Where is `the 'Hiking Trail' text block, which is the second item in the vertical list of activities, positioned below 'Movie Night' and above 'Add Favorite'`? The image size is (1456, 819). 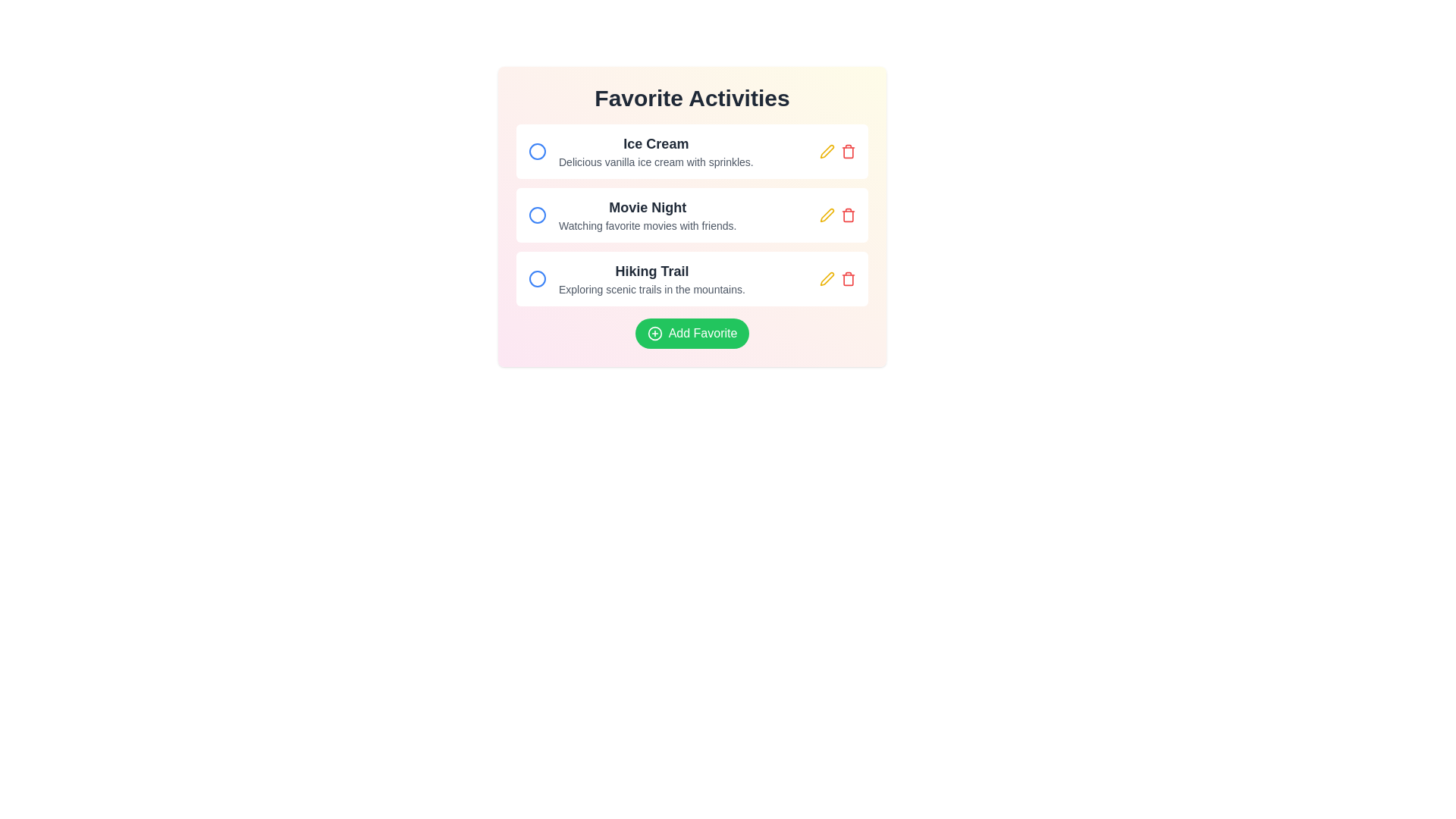 the 'Hiking Trail' text block, which is the second item in the vertical list of activities, positioned below 'Movie Night' and above 'Add Favorite' is located at coordinates (651, 278).